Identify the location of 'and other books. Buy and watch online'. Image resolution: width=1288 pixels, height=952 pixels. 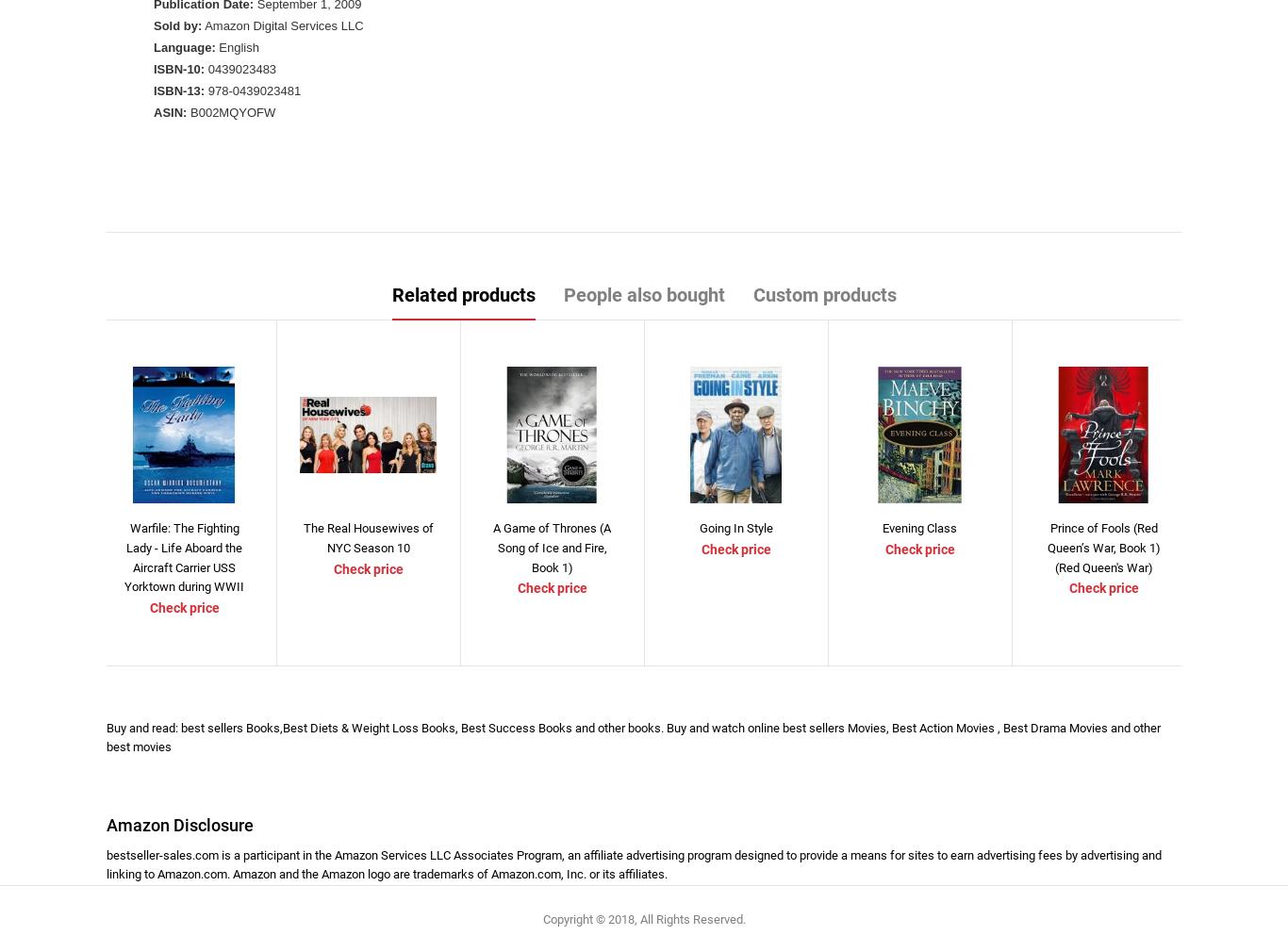
(679, 727).